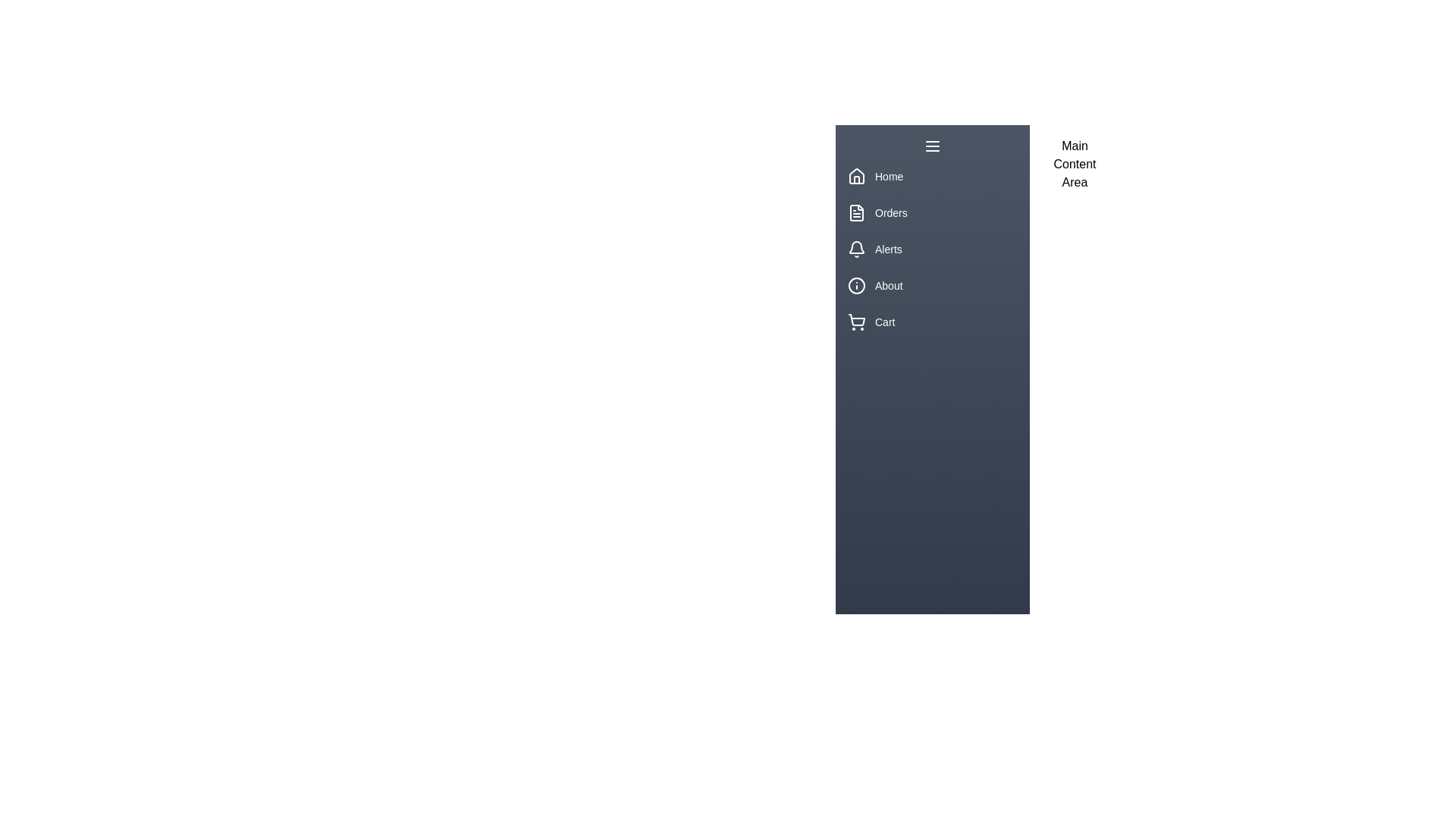 The height and width of the screenshot is (819, 1456). What do you see at coordinates (931, 213) in the screenshot?
I see `the menu item Orders` at bounding box center [931, 213].